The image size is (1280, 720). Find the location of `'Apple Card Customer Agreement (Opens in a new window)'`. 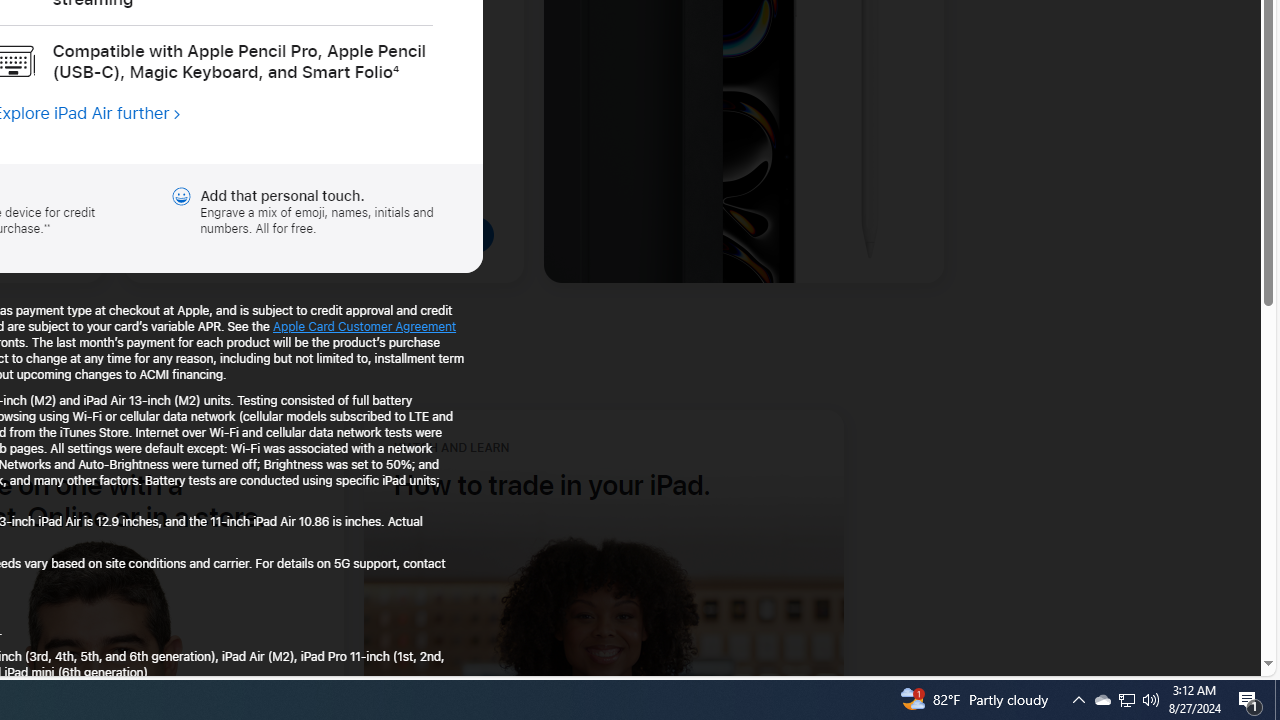

'Apple Card Customer Agreement (Opens in a new window)' is located at coordinates (364, 325).